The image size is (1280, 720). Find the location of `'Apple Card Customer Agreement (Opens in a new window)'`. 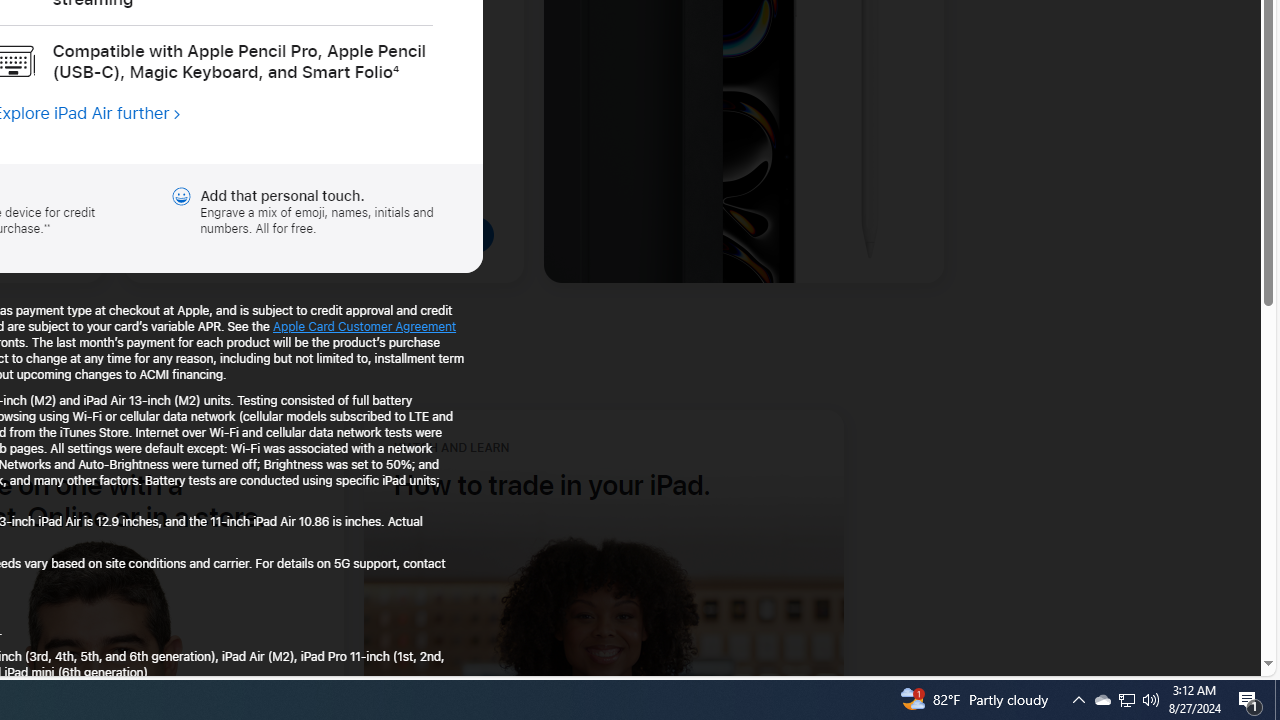

'Apple Card Customer Agreement (Opens in a new window)' is located at coordinates (364, 325).